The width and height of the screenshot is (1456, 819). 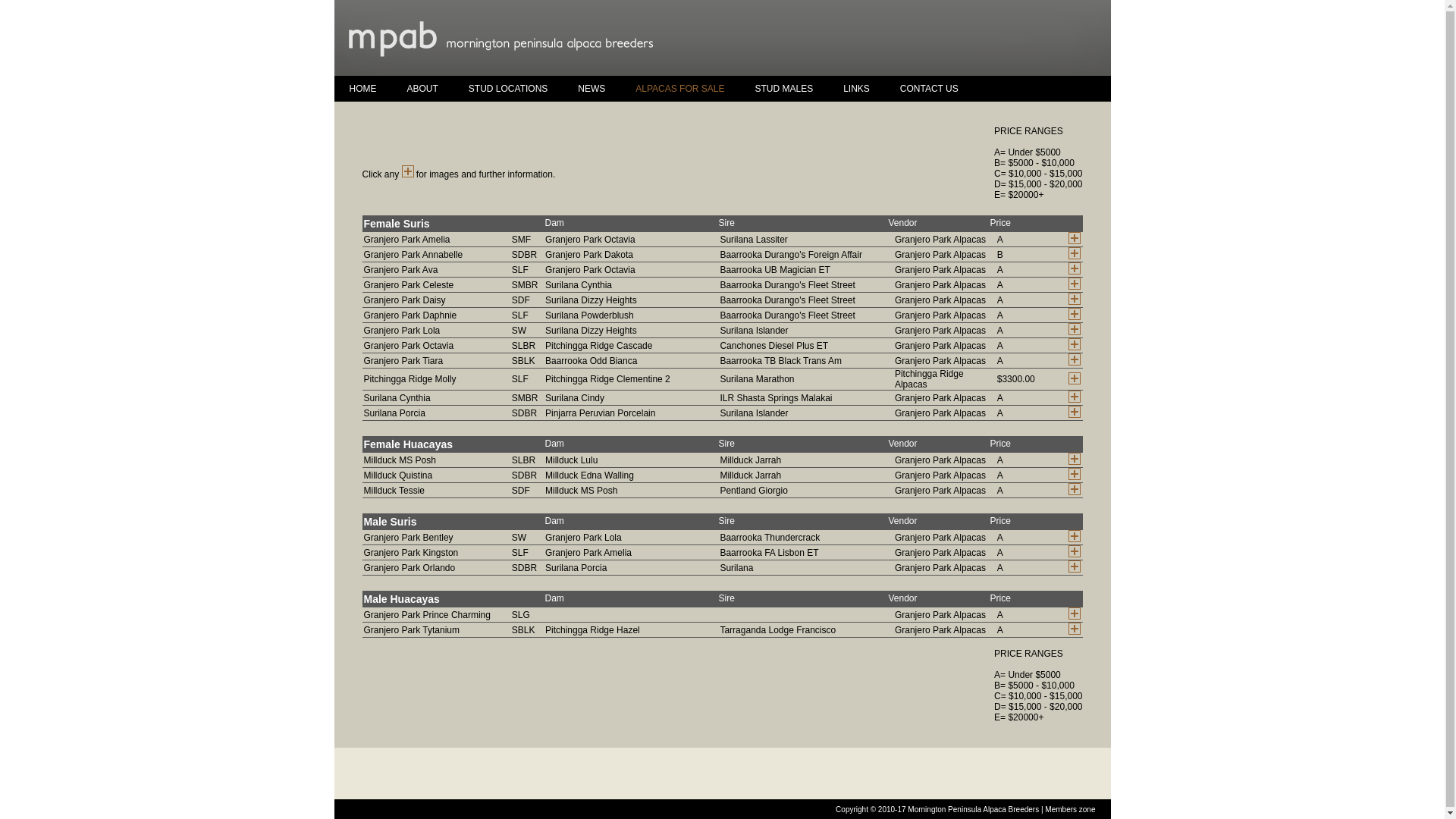 What do you see at coordinates (508, 88) in the screenshot?
I see `'STUD LOCATIONS'` at bounding box center [508, 88].